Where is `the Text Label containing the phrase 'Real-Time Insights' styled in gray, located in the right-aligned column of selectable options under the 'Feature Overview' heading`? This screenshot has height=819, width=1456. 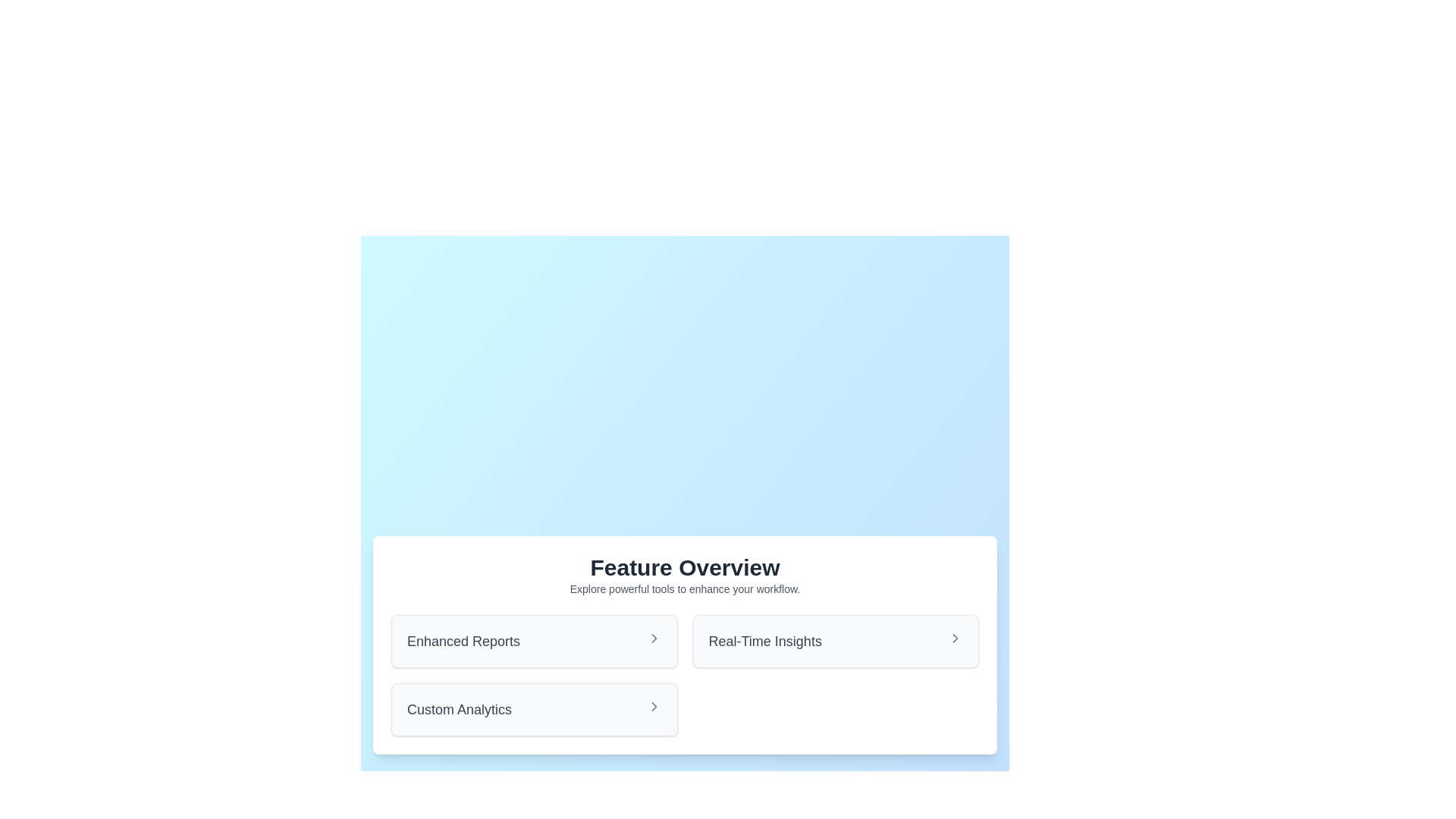 the Text Label containing the phrase 'Real-Time Insights' styled in gray, located in the right-aligned column of selectable options under the 'Feature Overview' heading is located at coordinates (765, 641).